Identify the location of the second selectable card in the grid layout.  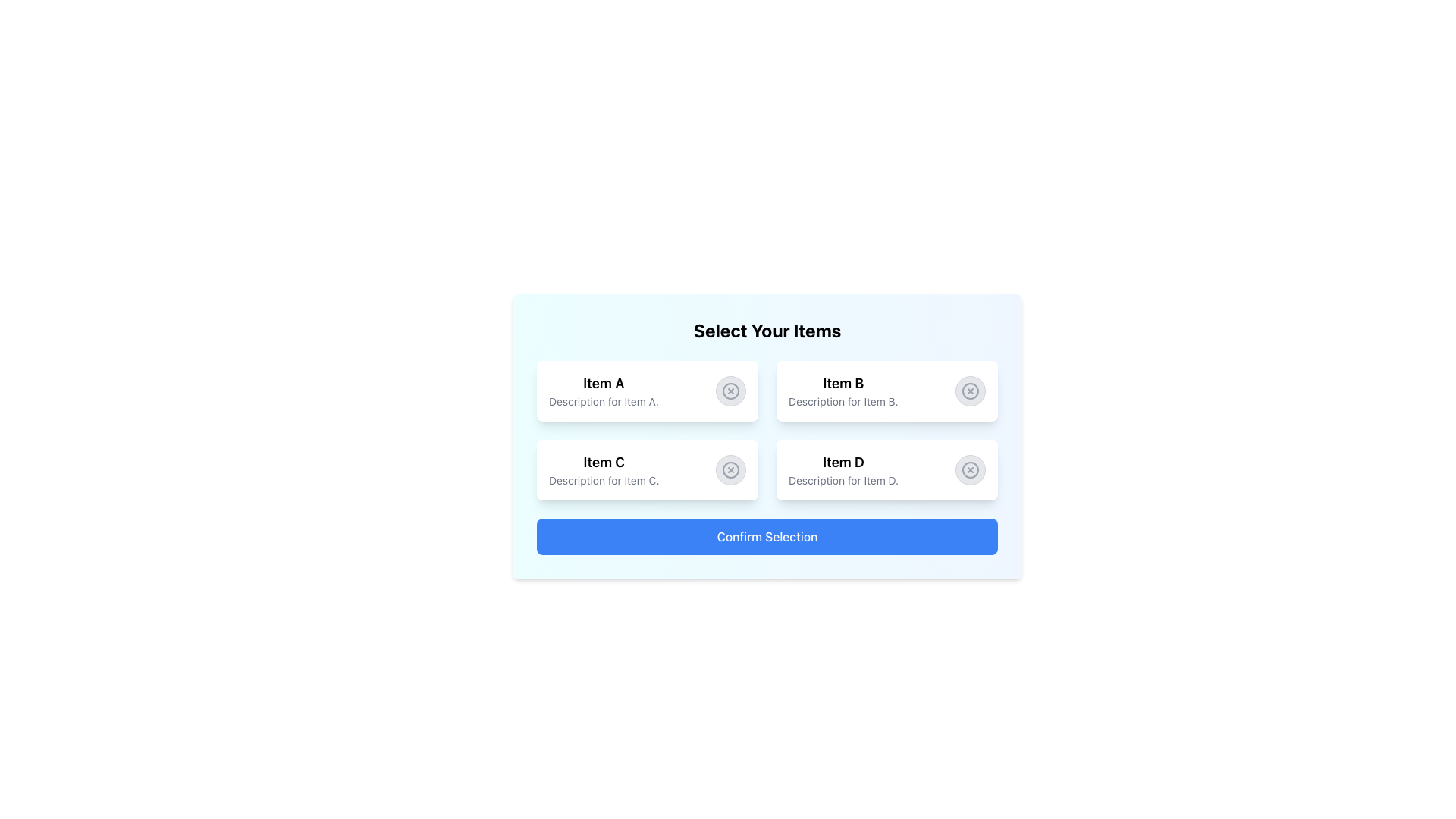
(887, 391).